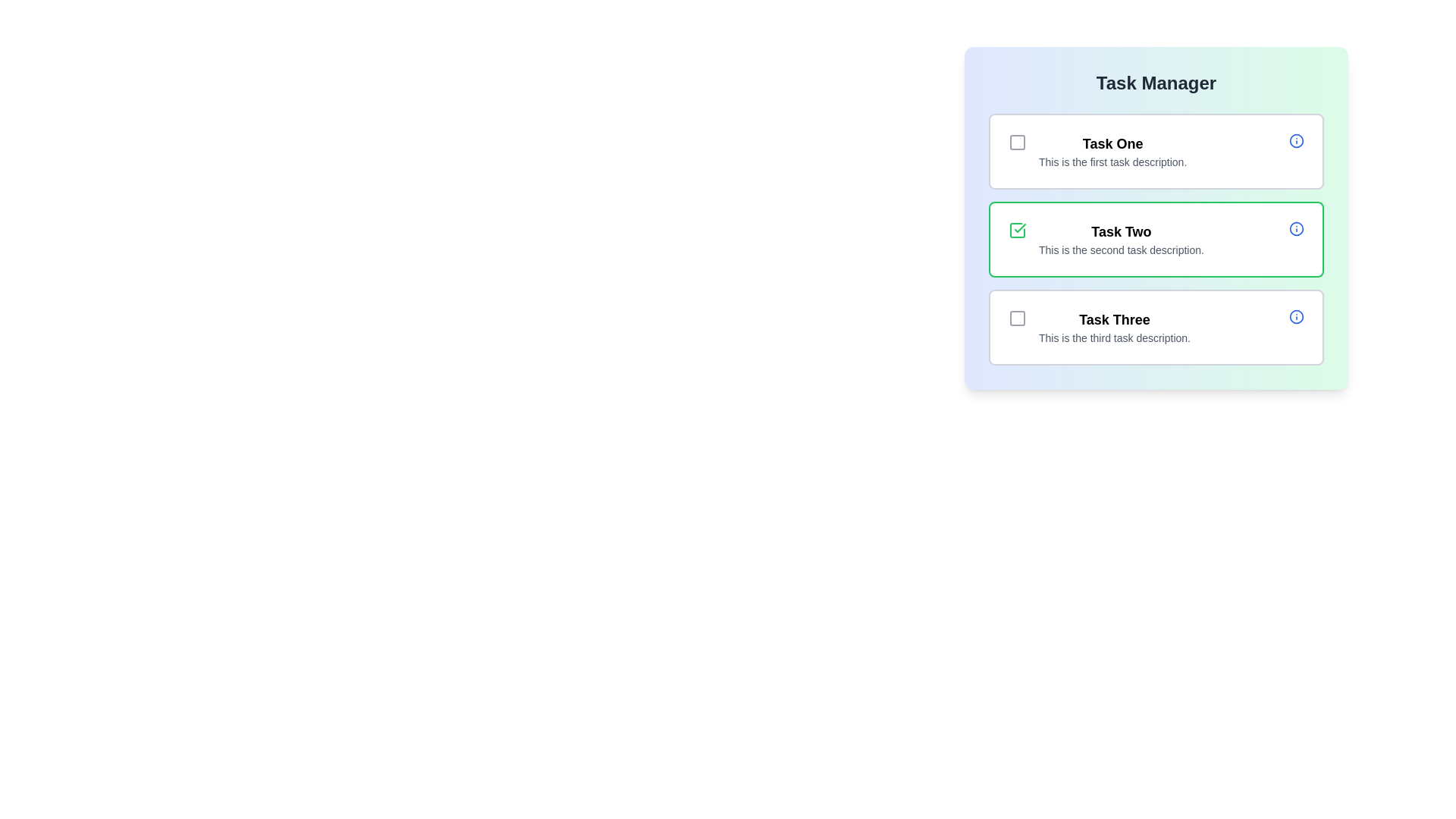 Image resolution: width=1456 pixels, height=819 pixels. What do you see at coordinates (1156, 239) in the screenshot?
I see `task title 'Task Two' and description 'This is the second task description' from the second task entry card in the task management widget` at bounding box center [1156, 239].